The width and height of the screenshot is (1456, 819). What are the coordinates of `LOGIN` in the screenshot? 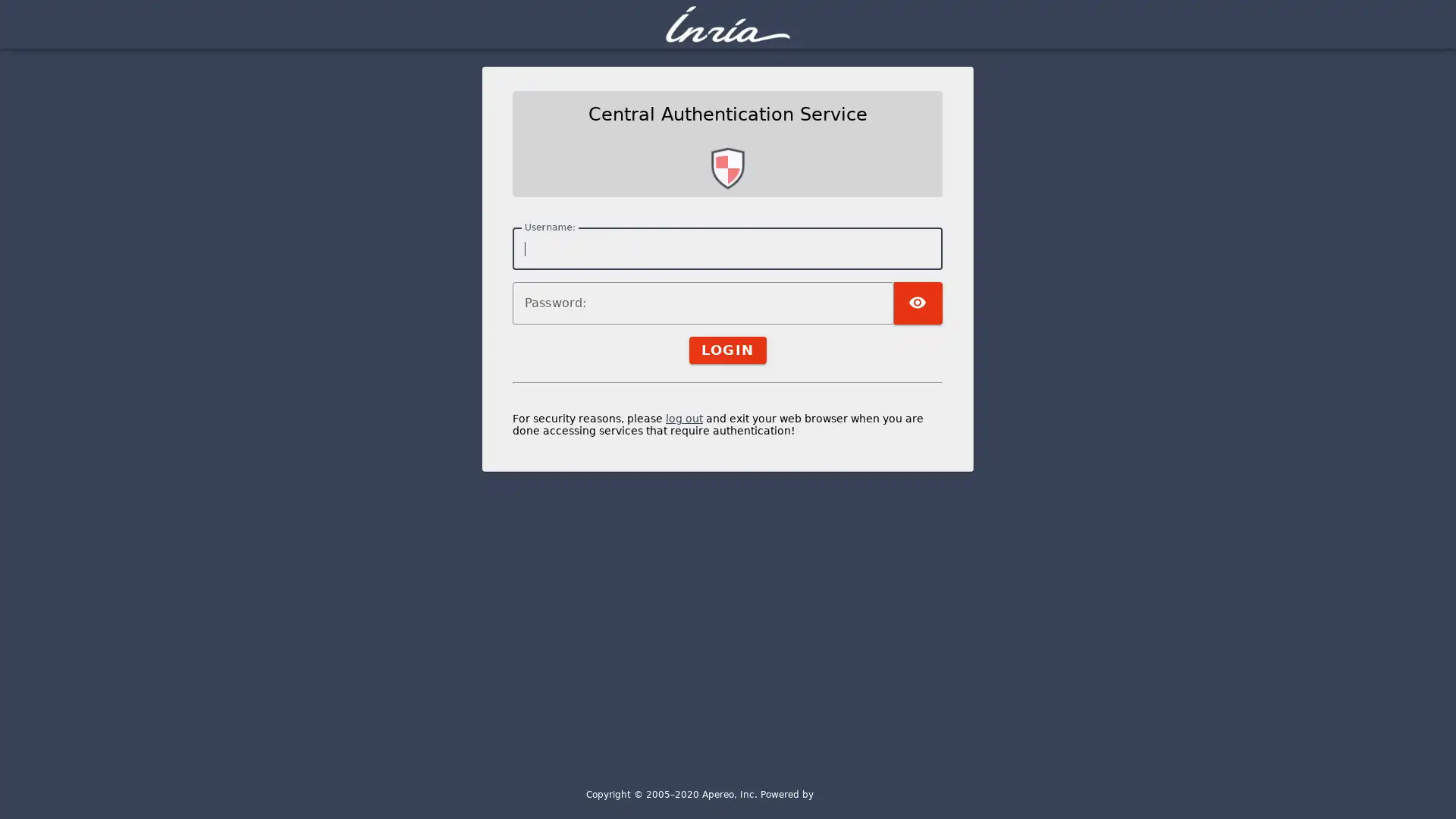 It's located at (726, 350).